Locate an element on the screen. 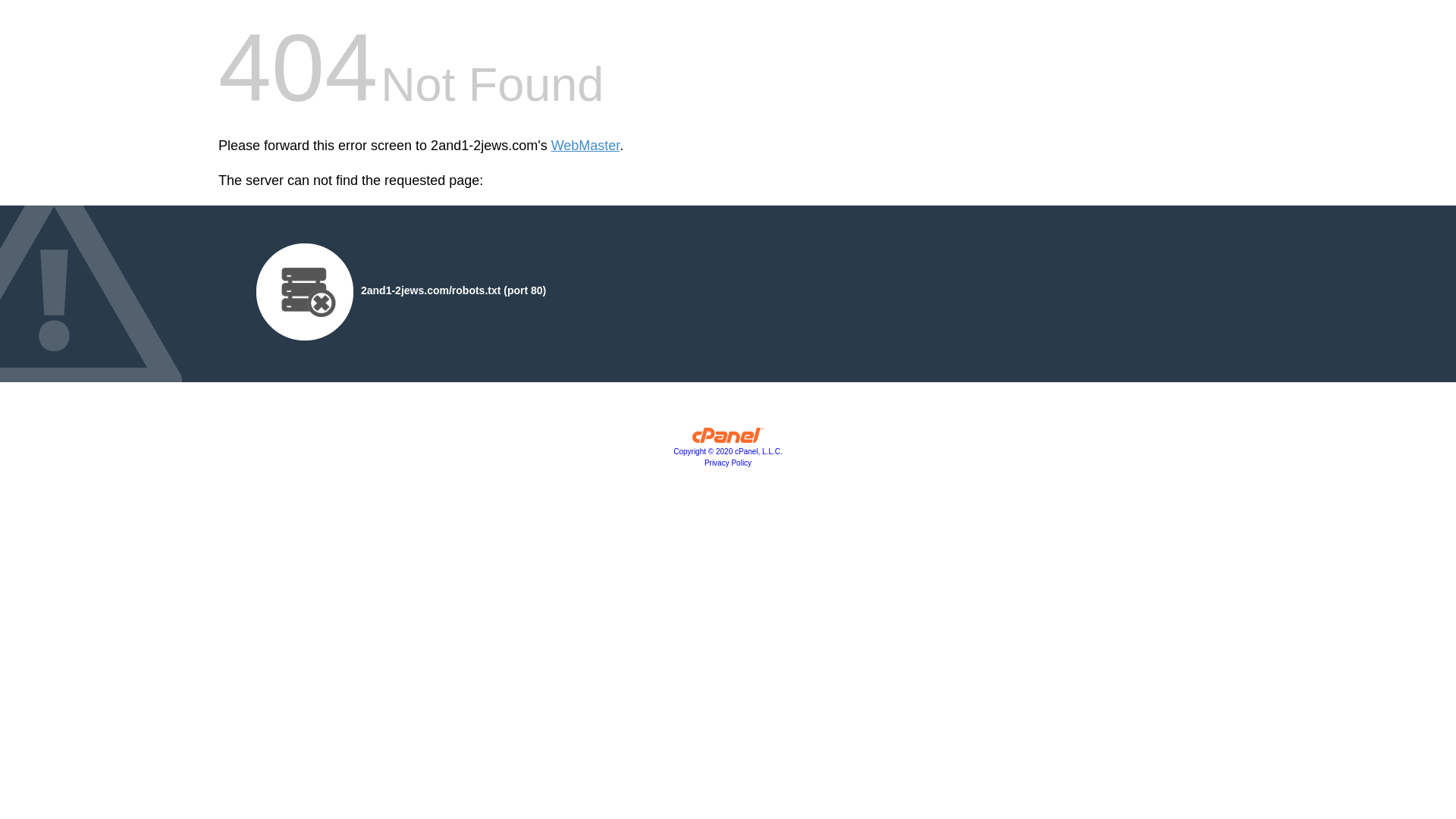 This screenshot has width=1456, height=819. 'Privacy Policy' is located at coordinates (728, 462).